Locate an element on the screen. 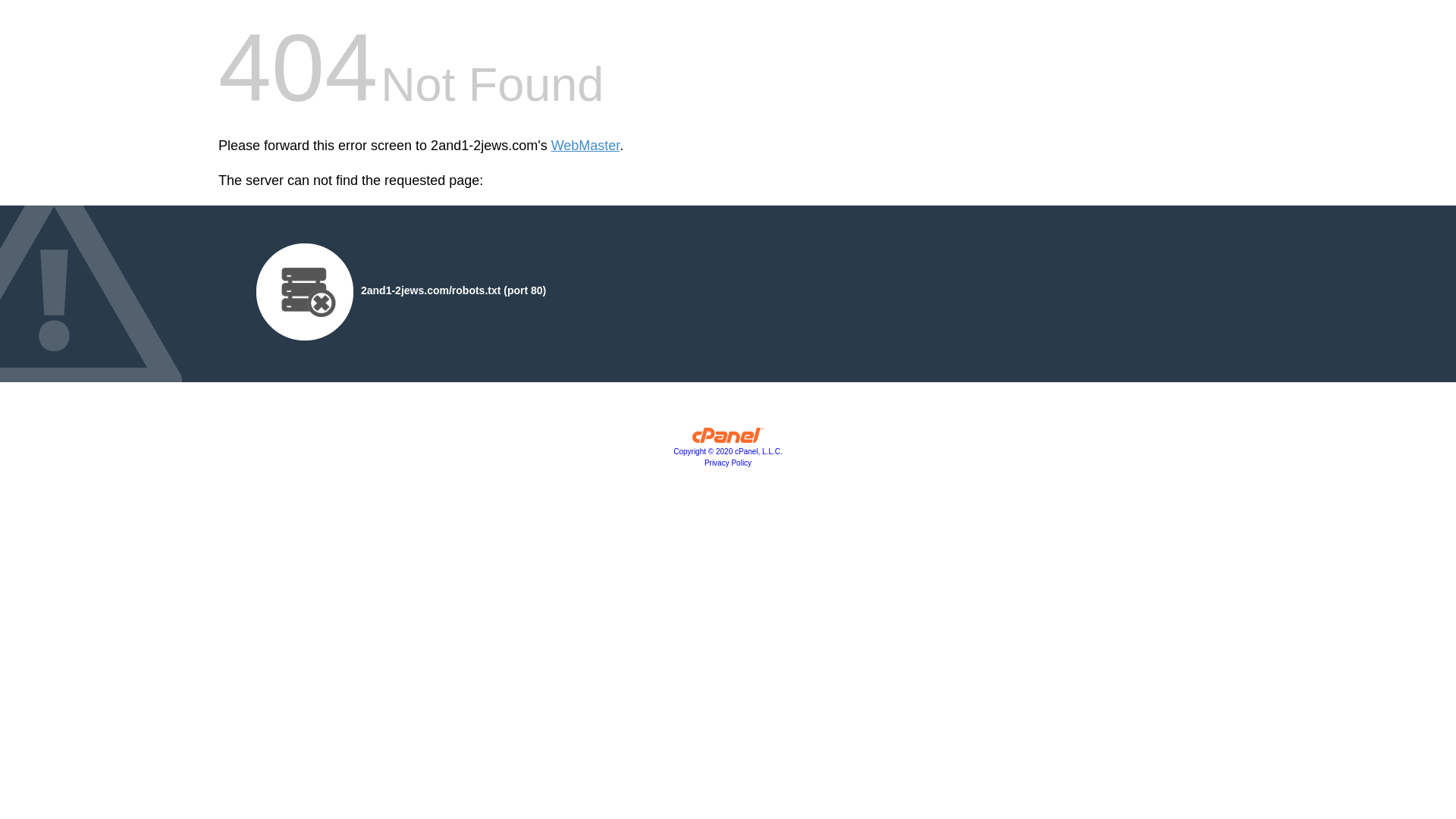 This screenshot has width=1456, height=819. 'Privacy Policy' is located at coordinates (728, 462).